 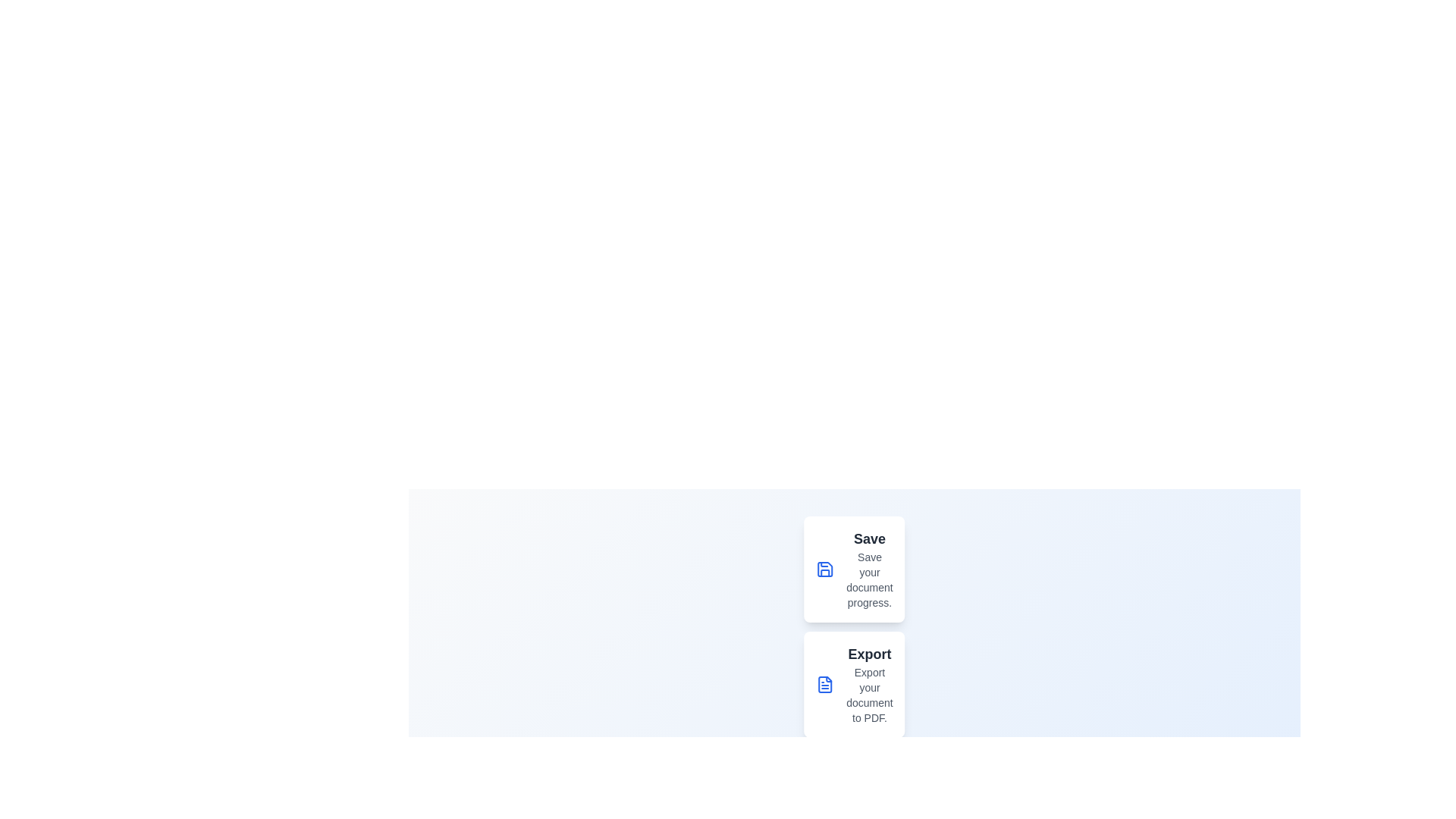 I want to click on the menu option Save from the speed dial menu, so click(x=855, y=570).